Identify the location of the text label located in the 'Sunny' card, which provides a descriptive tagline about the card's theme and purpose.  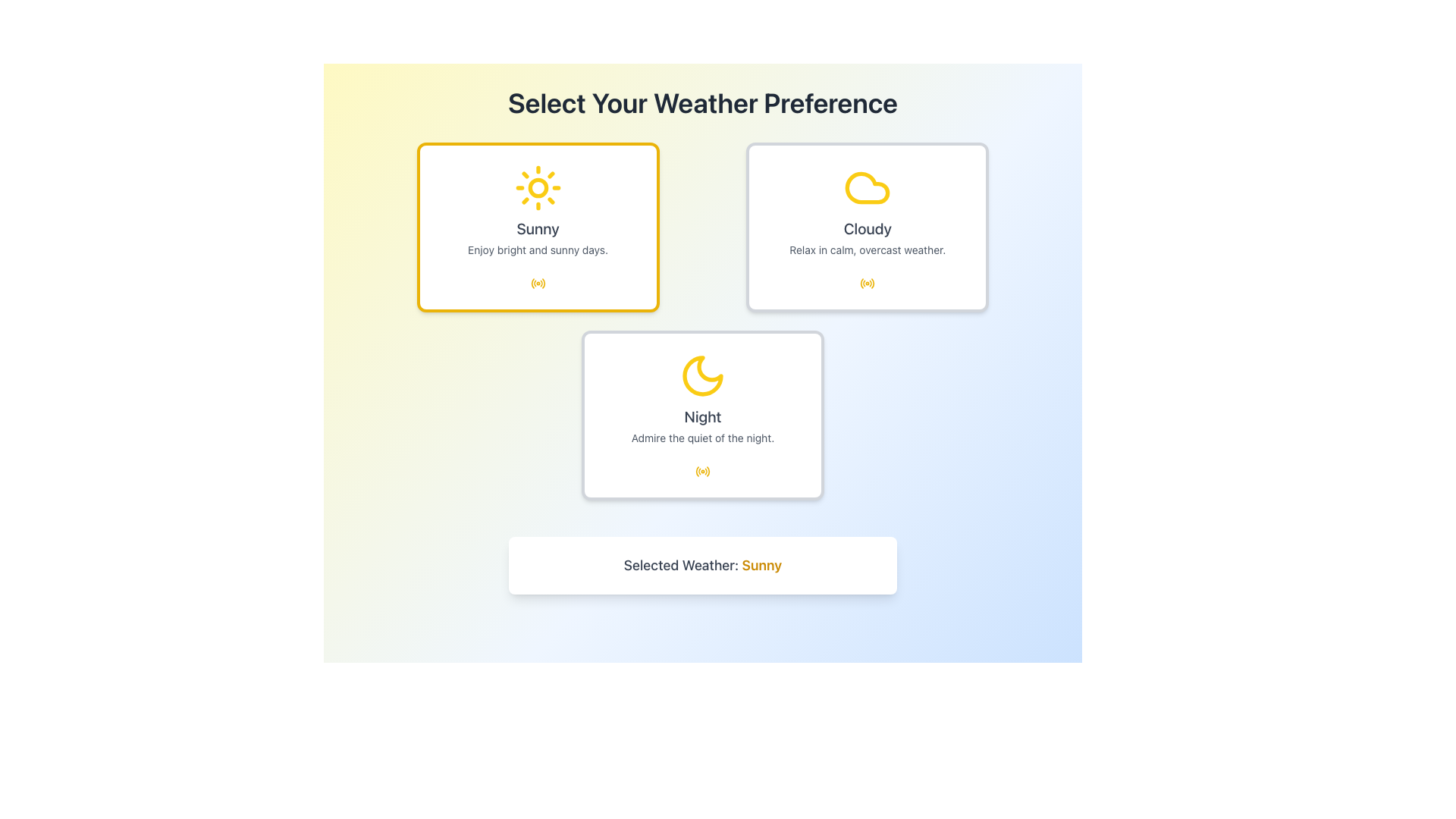
(538, 249).